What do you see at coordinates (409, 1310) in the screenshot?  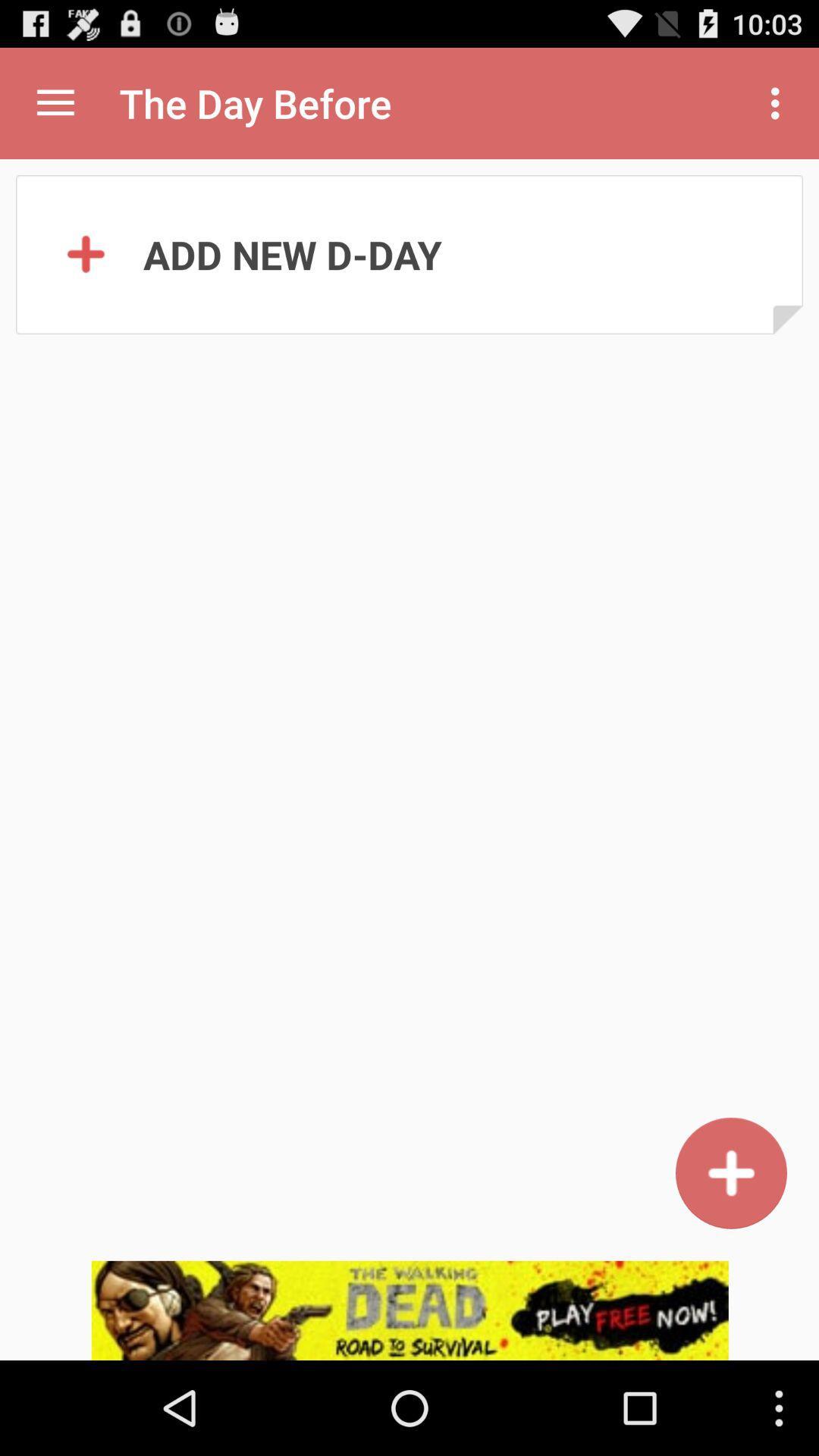 I see `the walking dead road to survival` at bounding box center [409, 1310].